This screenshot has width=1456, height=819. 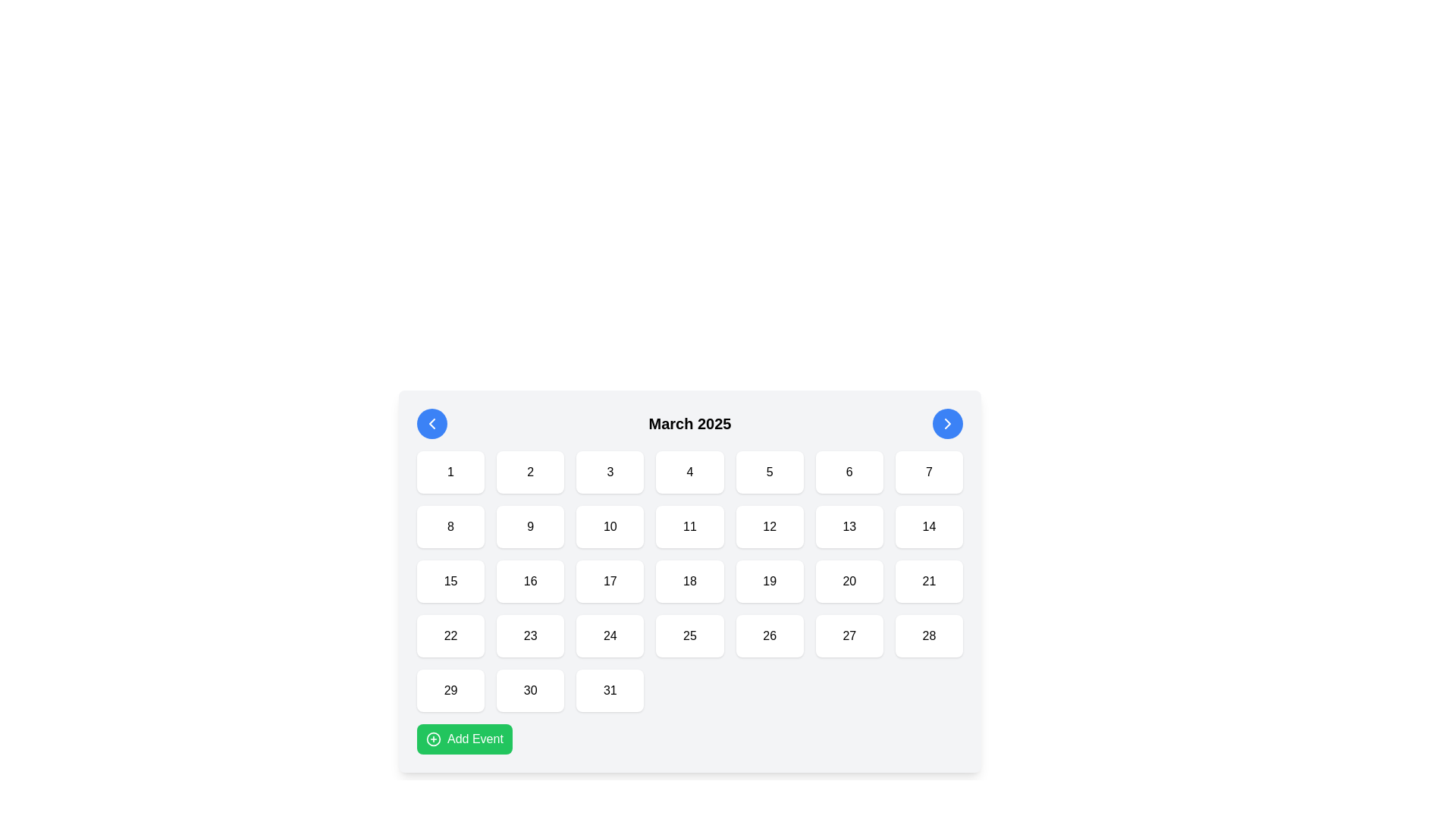 I want to click on the square button with a white background and the number '4' in black text, which is the fourth button in the first row of the grid layout below the title 'March 2025', so click(x=689, y=472).